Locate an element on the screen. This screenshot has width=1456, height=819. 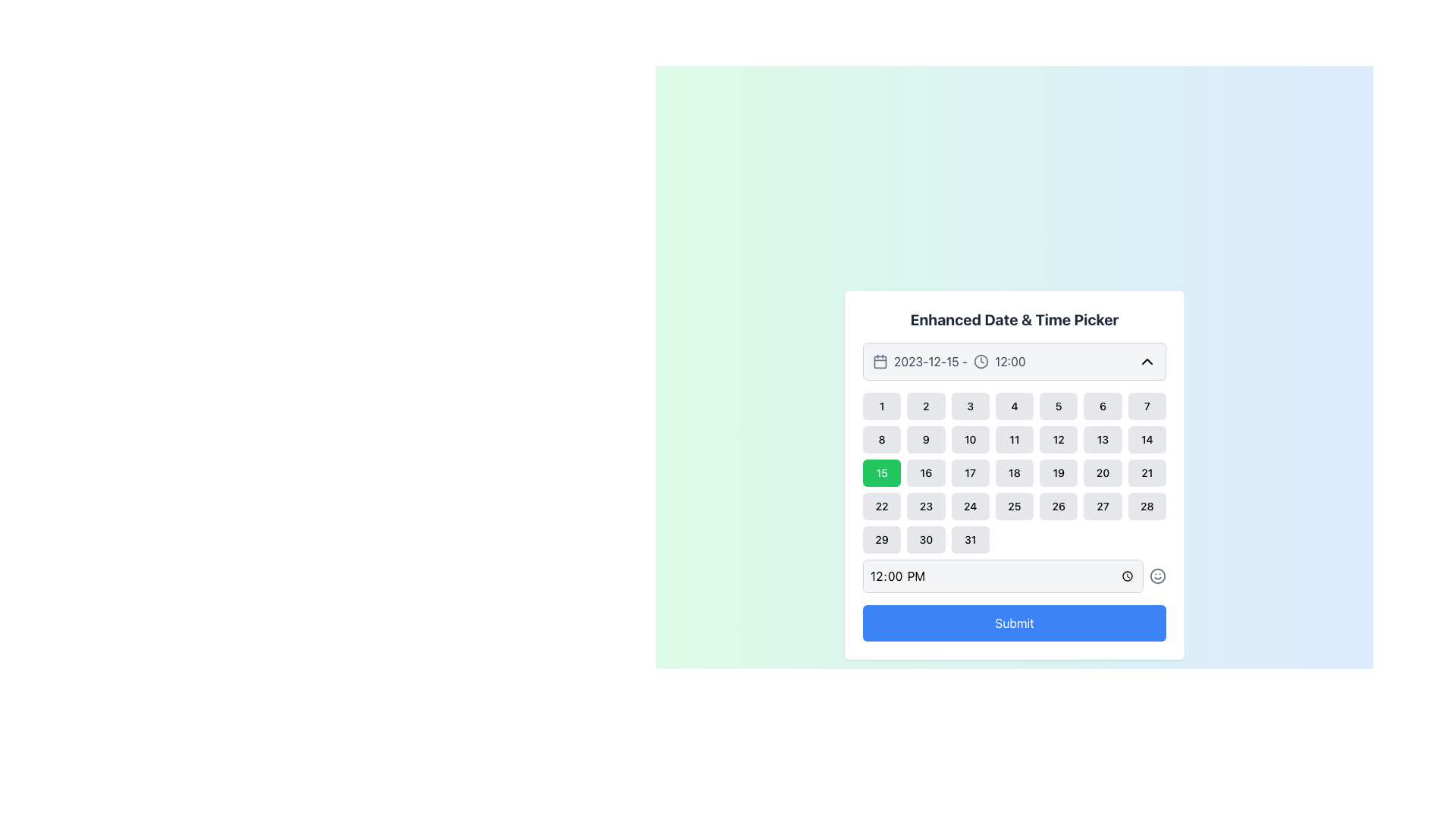
the button labeled '22' in the calendar component is located at coordinates (882, 506).